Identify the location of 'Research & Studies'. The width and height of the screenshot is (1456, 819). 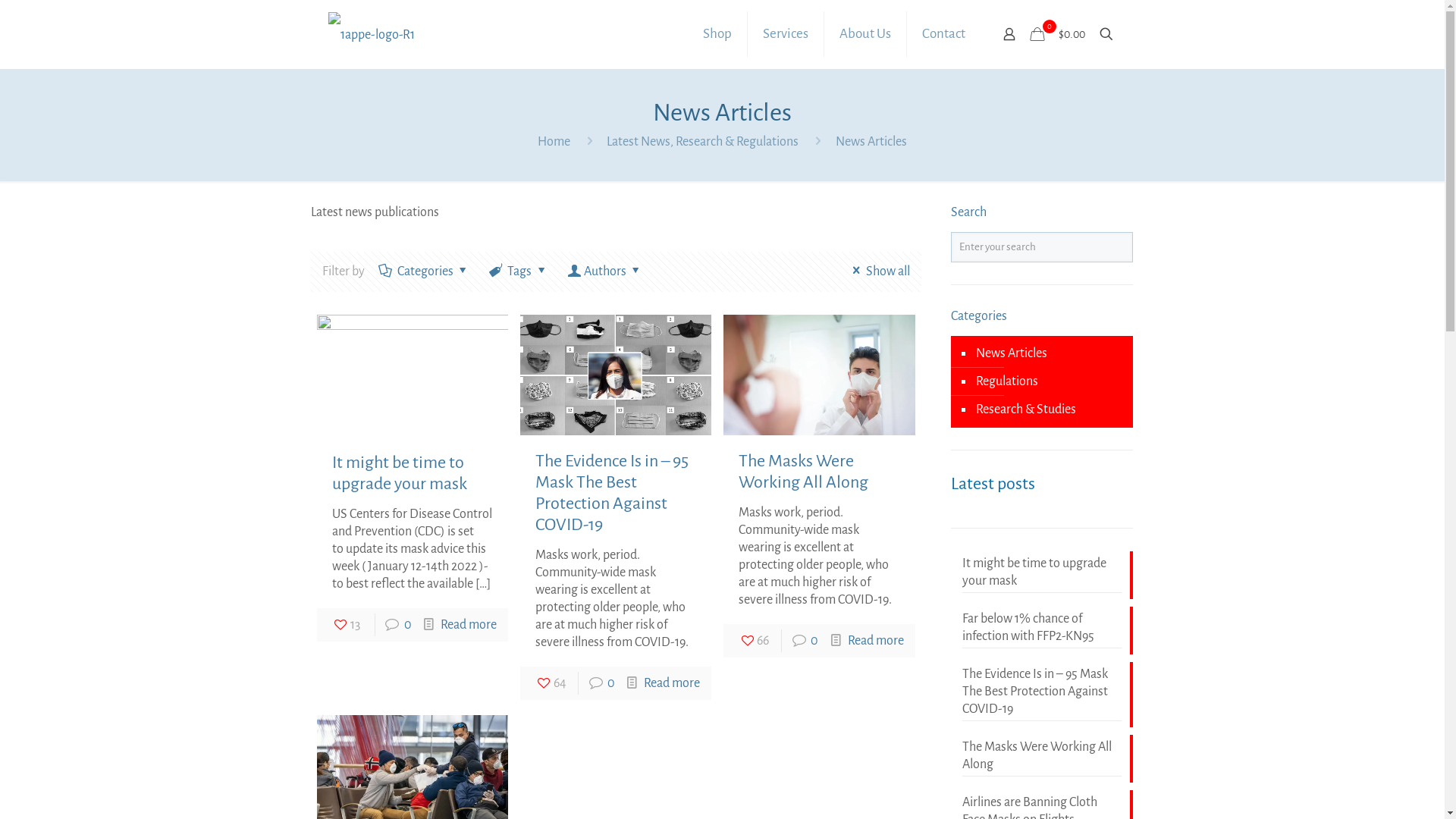
(973, 409).